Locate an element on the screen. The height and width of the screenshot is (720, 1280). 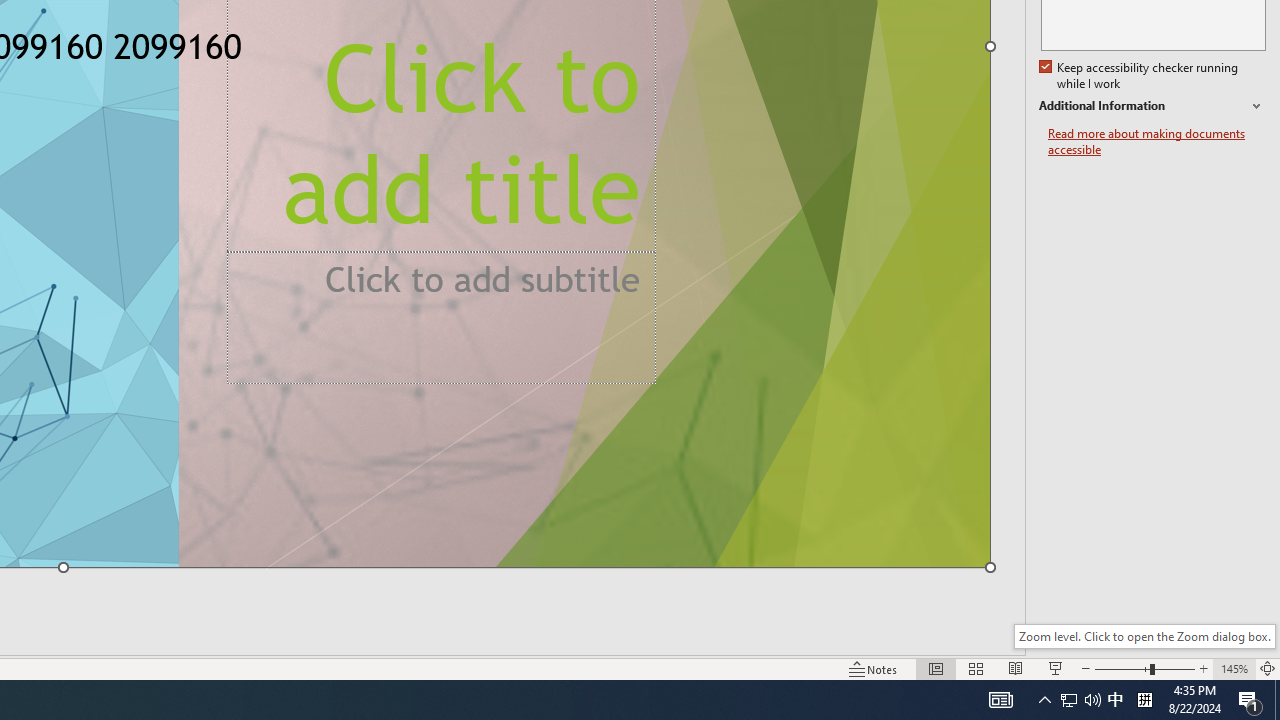
'Zoom 145%' is located at coordinates (1233, 669).